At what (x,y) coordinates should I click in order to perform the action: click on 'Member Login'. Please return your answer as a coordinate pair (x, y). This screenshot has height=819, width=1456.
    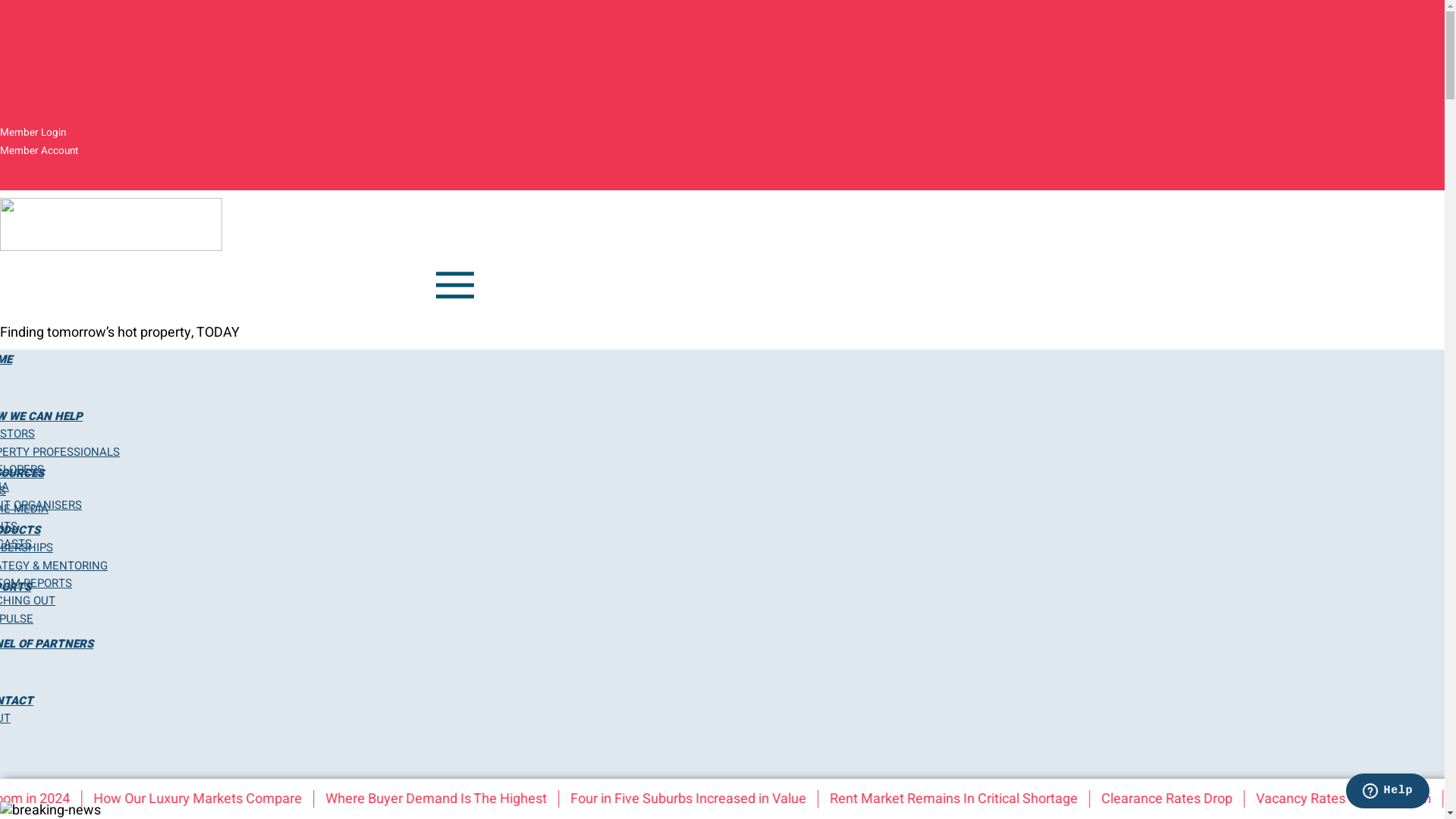
    Looking at the image, I should click on (33, 131).